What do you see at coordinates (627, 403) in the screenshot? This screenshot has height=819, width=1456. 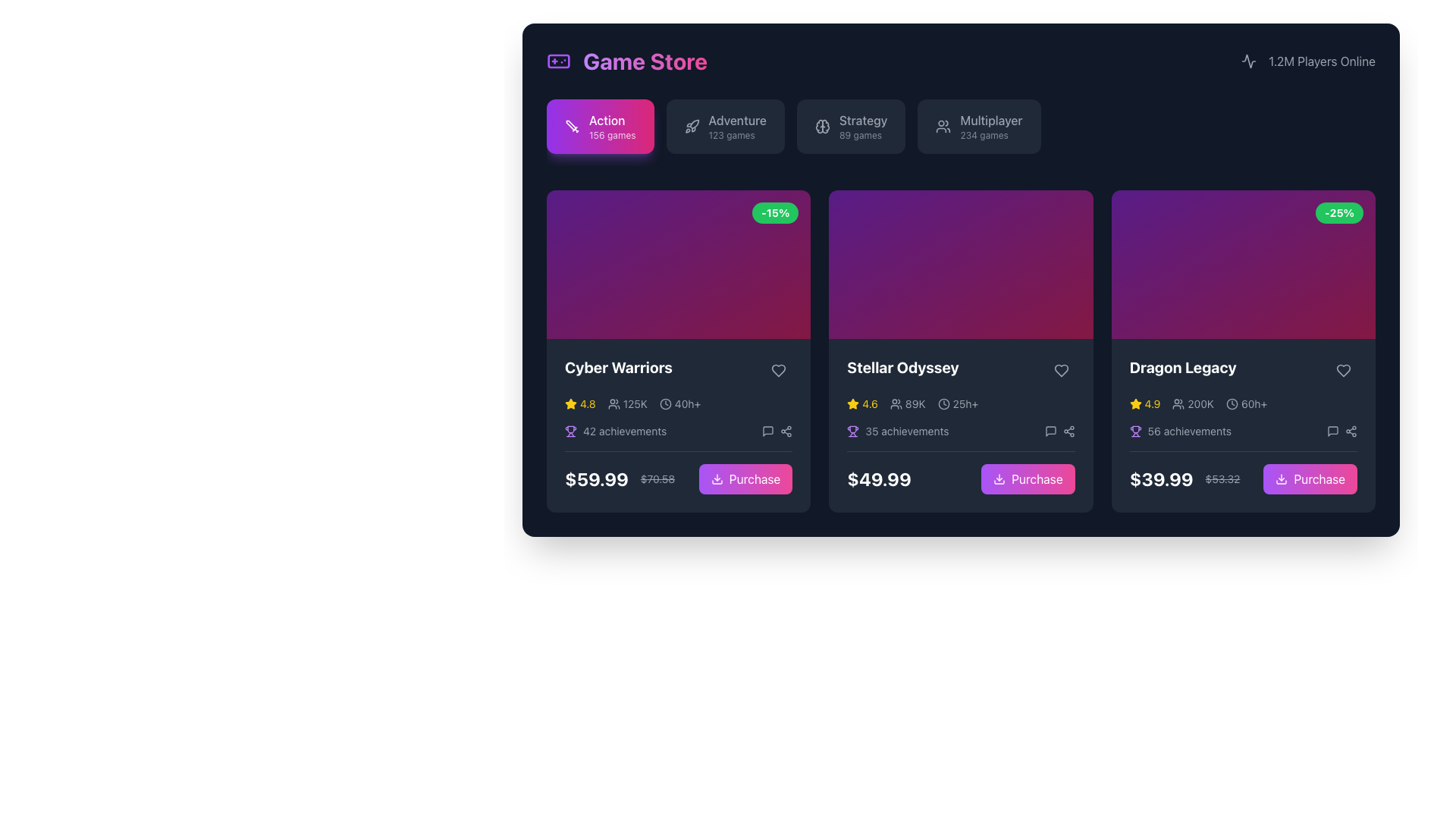 I see `the text with icon group displaying '125K', which is styled in gray with a digital font and is positioned between the yellow star rating ('4.8') and the gray text ('40h+') in the statistics bar below the 'Cyber Warriors' title` at bounding box center [627, 403].